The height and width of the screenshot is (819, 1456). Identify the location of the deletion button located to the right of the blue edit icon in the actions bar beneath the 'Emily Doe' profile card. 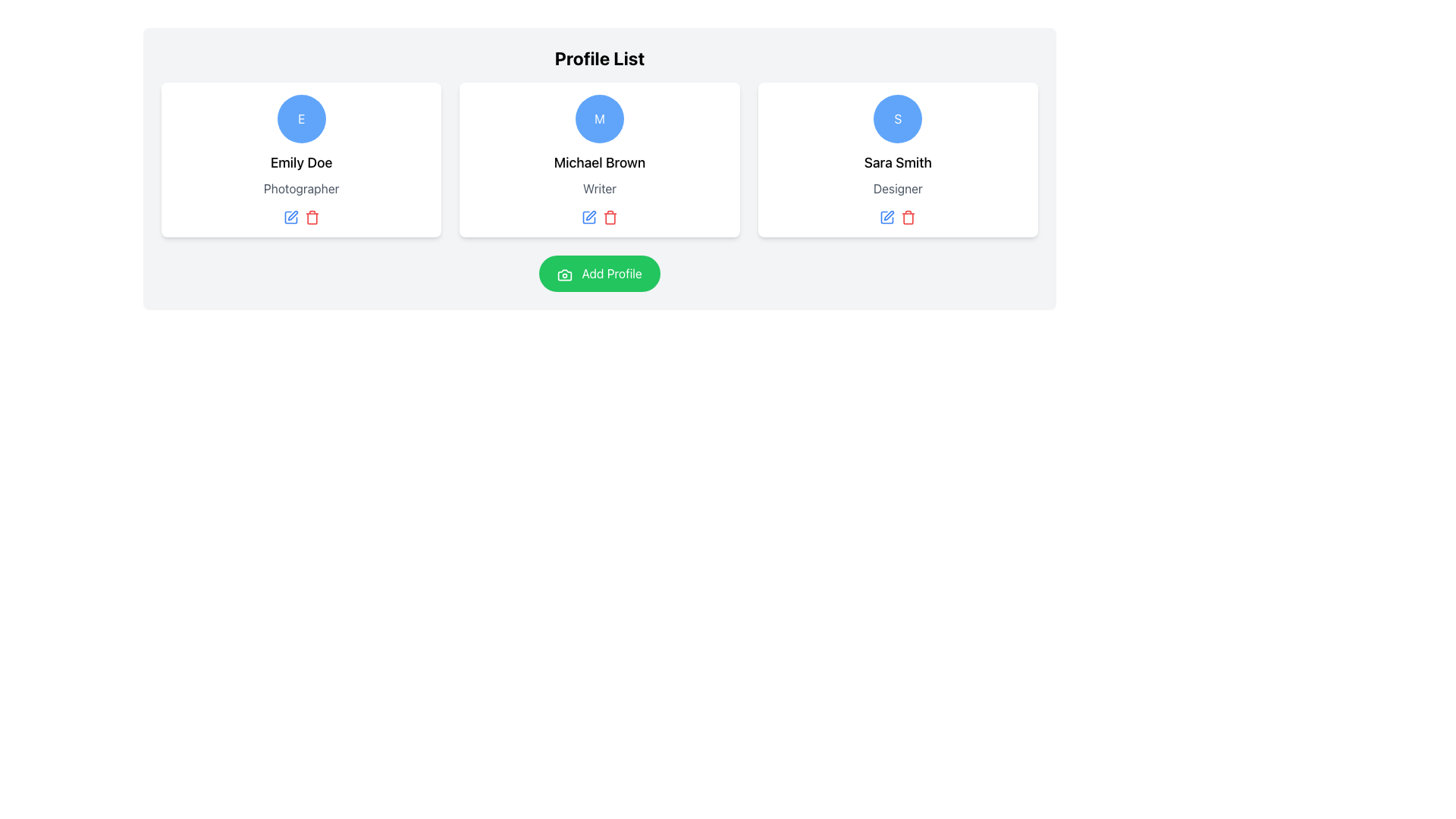
(311, 217).